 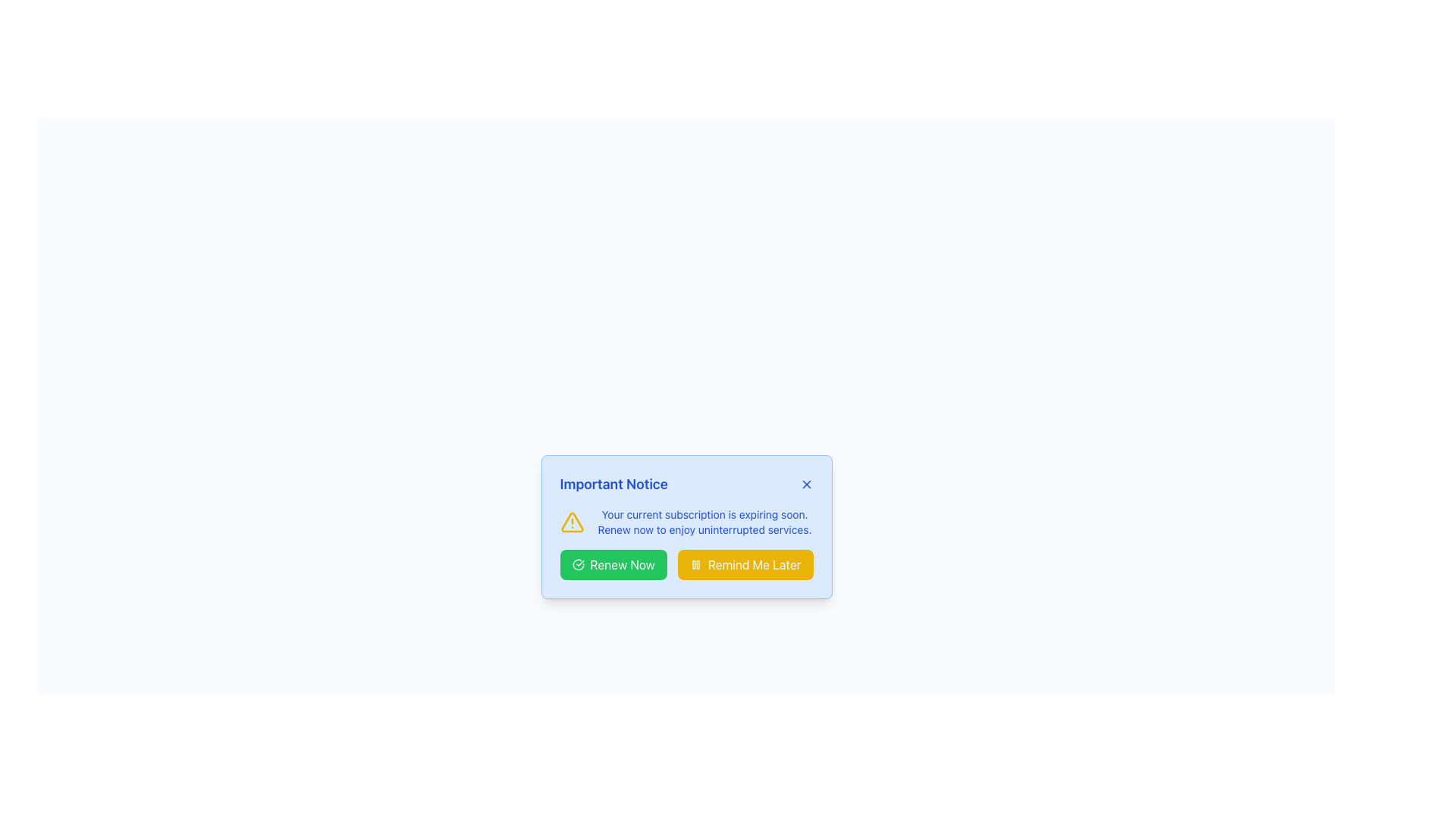 I want to click on the cross-shaped close button located in the top-right corner of the 'Important Notice' notification panel, so click(x=805, y=485).